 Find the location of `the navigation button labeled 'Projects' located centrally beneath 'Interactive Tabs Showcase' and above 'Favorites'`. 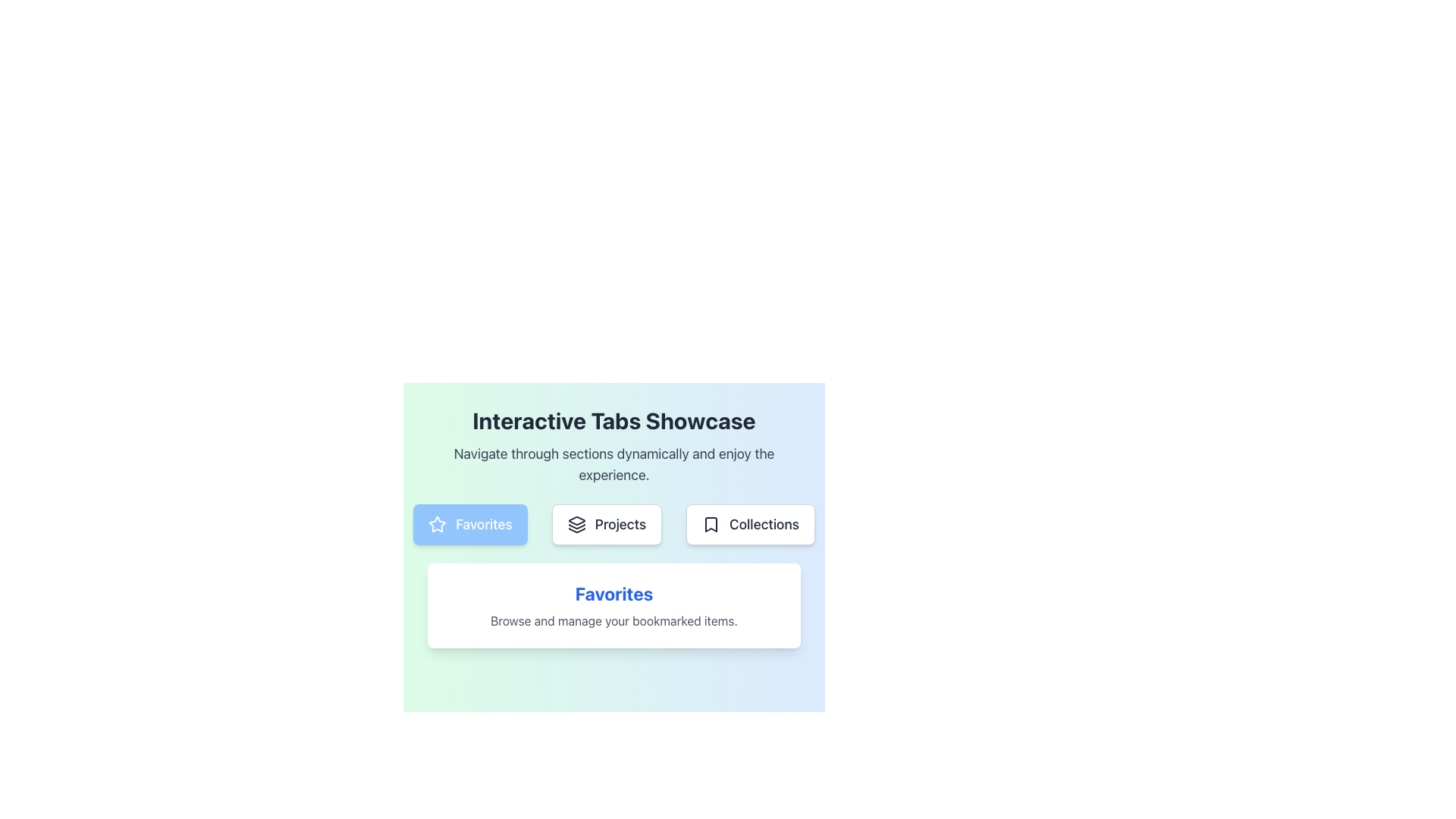

the navigation button labeled 'Projects' located centrally beneath 'Interactive Tabs Showcase' and above 'Favorites' is located at coordinates (614, 537).